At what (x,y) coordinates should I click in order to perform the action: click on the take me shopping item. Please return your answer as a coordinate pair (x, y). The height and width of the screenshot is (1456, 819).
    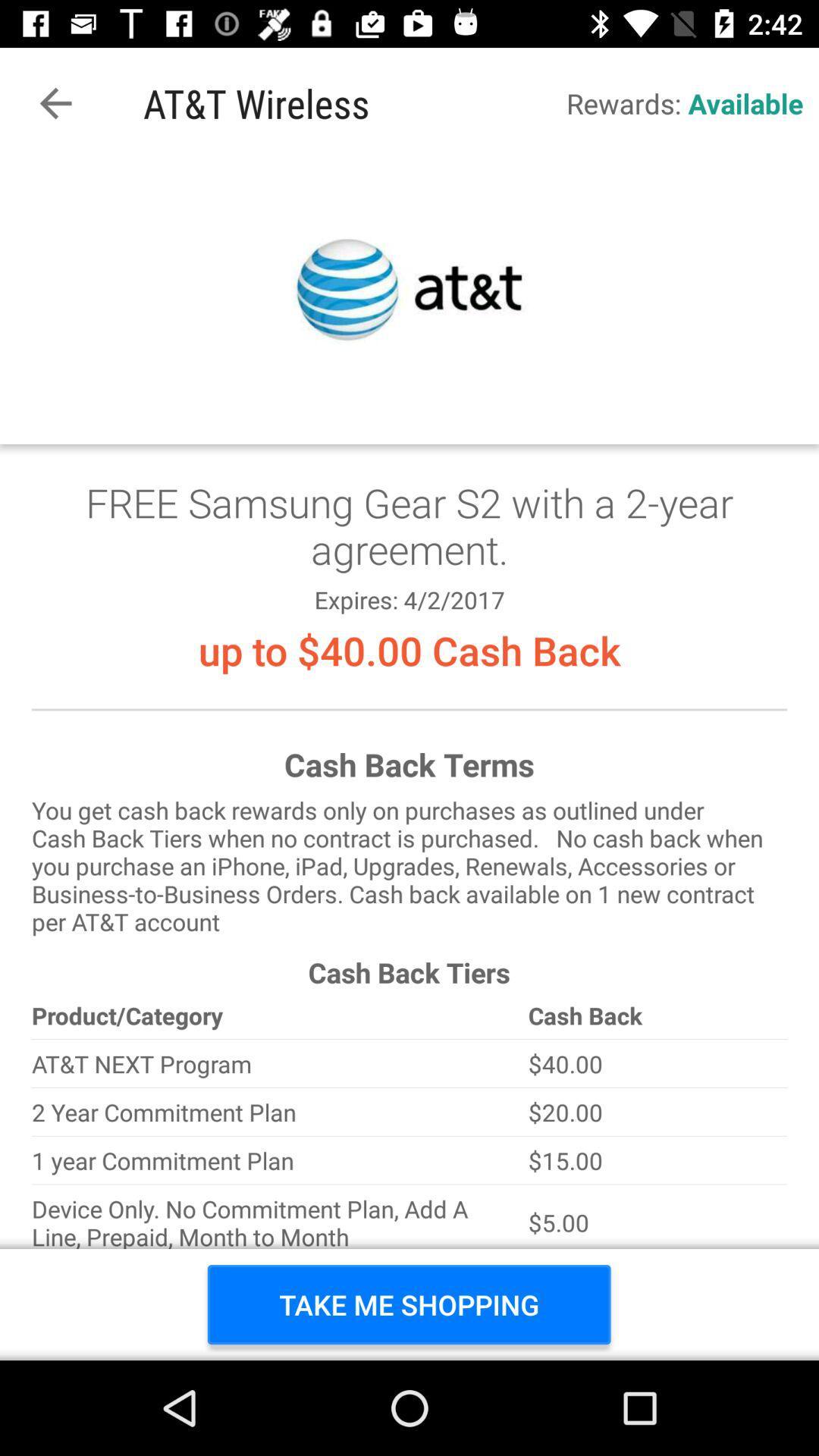
    Looking at the image, I should click on (408, 1304).